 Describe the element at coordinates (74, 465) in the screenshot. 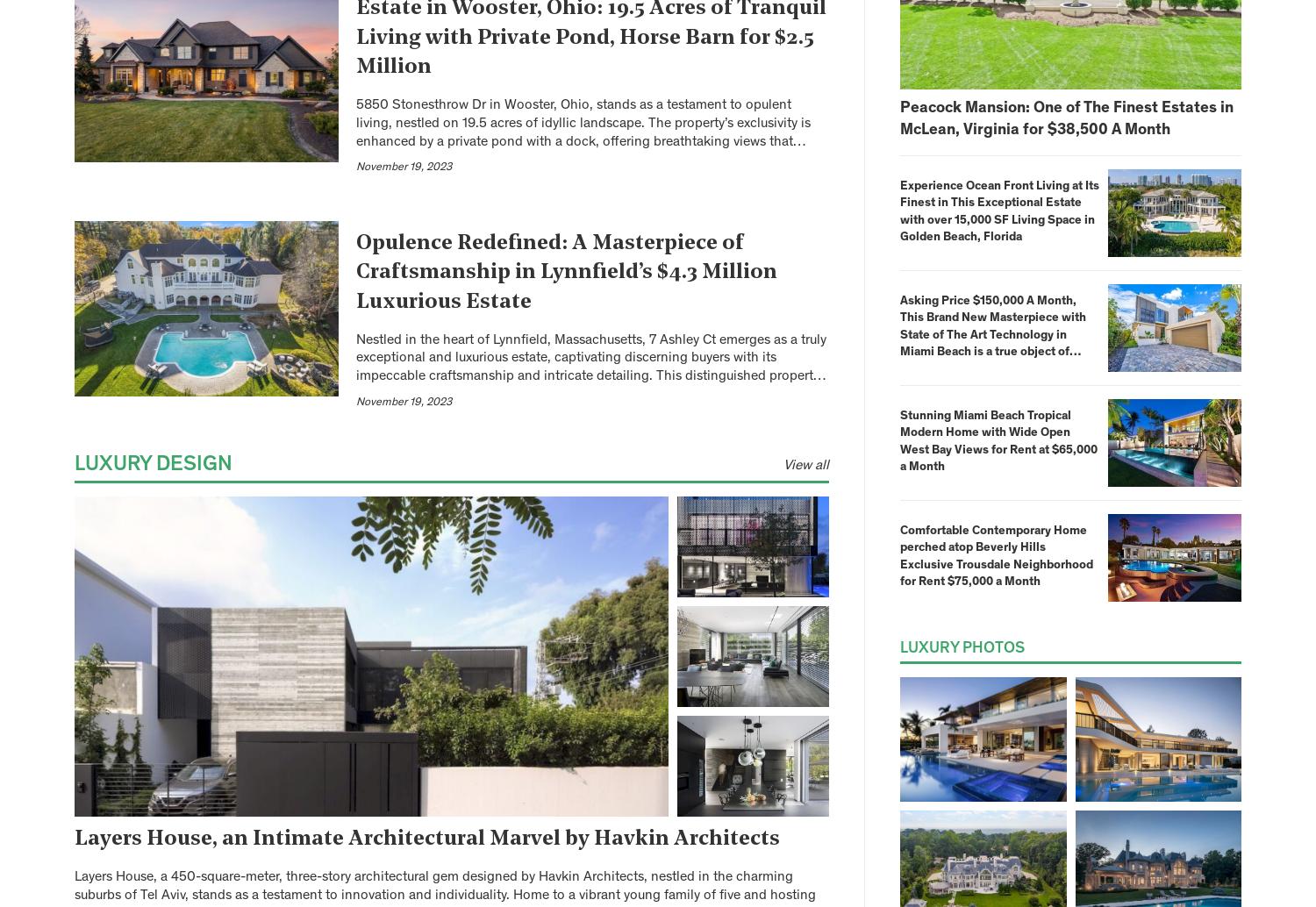

I see `'Luxury Design'` at that location.